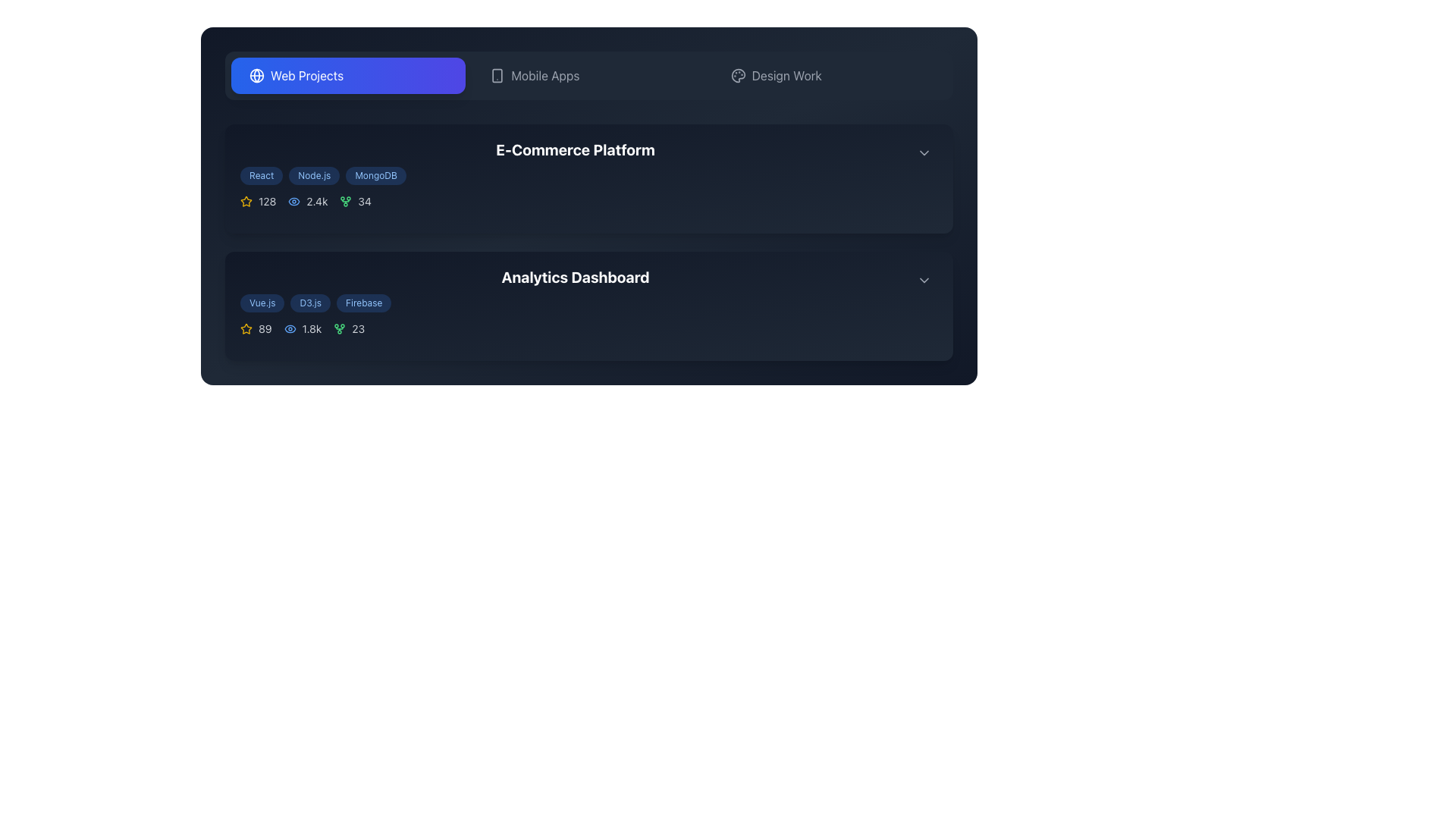  What do you see at coordinates (246, 328) in the screenshot?
I see `the star icon that symbolizes a rating or favorite metric, located to the left of the number '89' in the project metrics section` at bounding box center [246, 328].